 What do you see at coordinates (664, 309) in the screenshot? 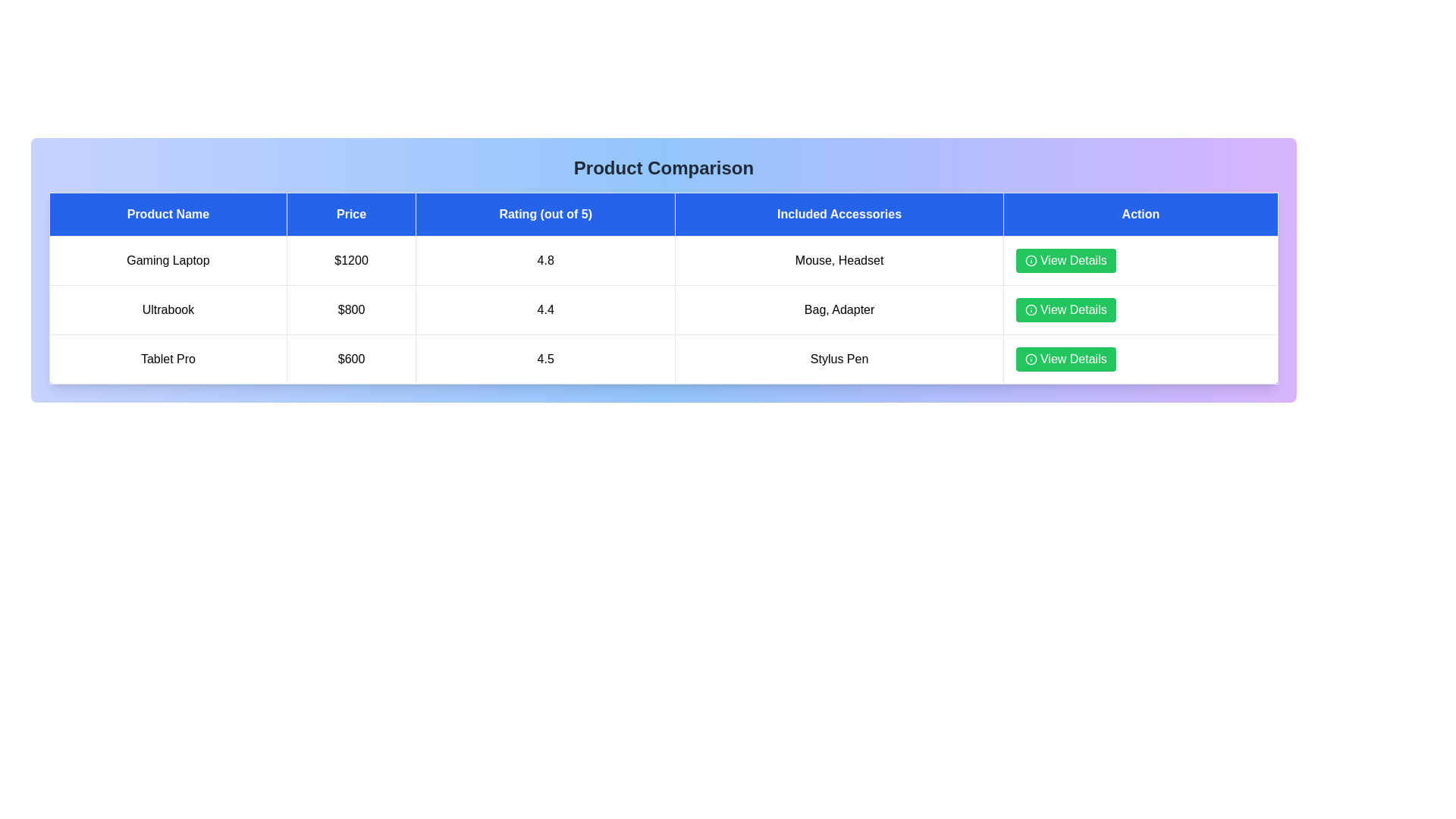
I see `the row corresponding to Ultrabook` at bounding box center [664, 309].